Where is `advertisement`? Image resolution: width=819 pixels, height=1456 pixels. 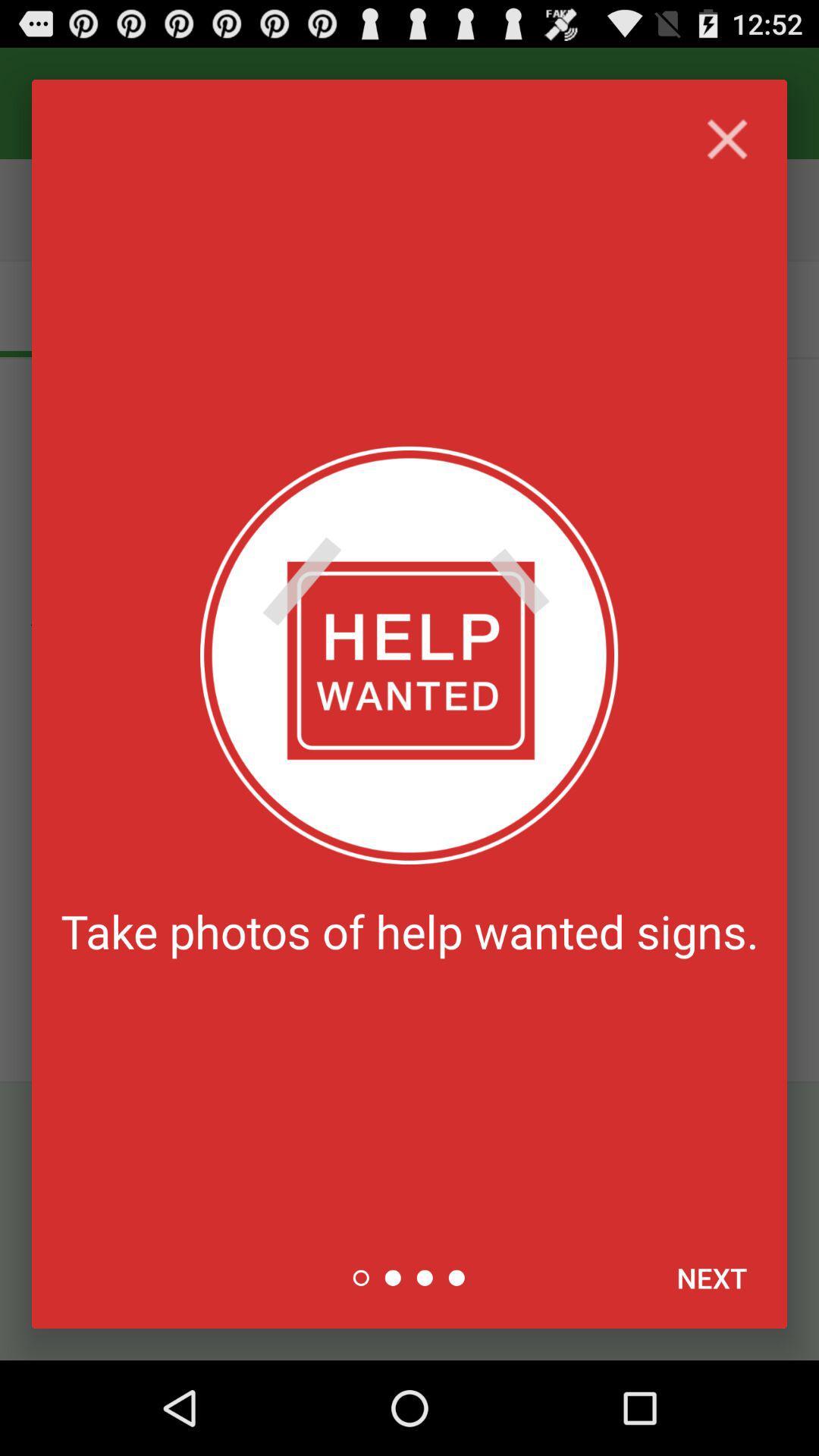
advertisement is located at coordinates (726, 139).